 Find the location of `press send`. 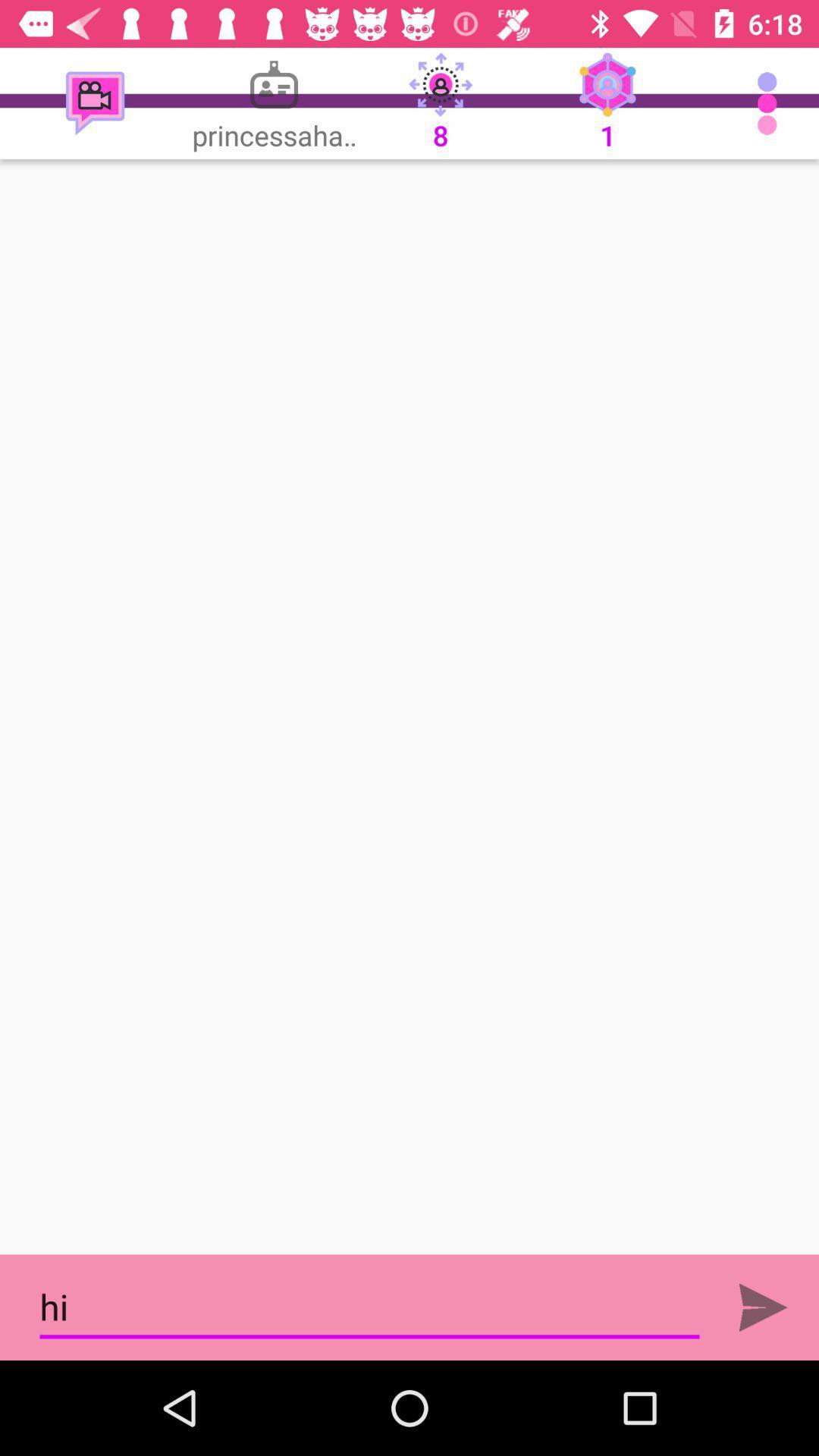

press send is located at coordinates (763, 1307).